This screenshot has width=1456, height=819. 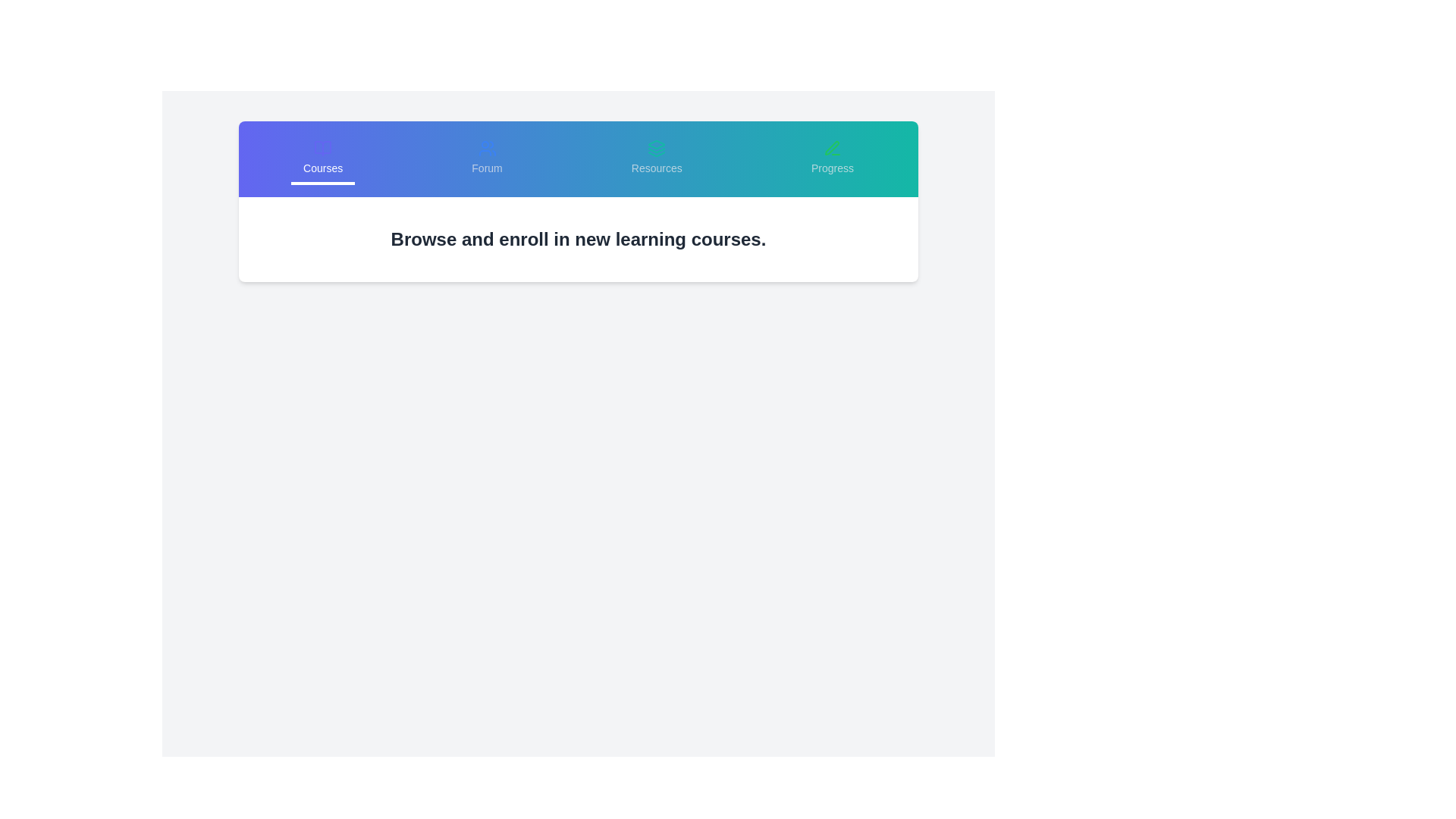 What do you see at coordinates (831, 158) in the screenshot?
I see `the tab option Progress` at bounding box center [831, 158].